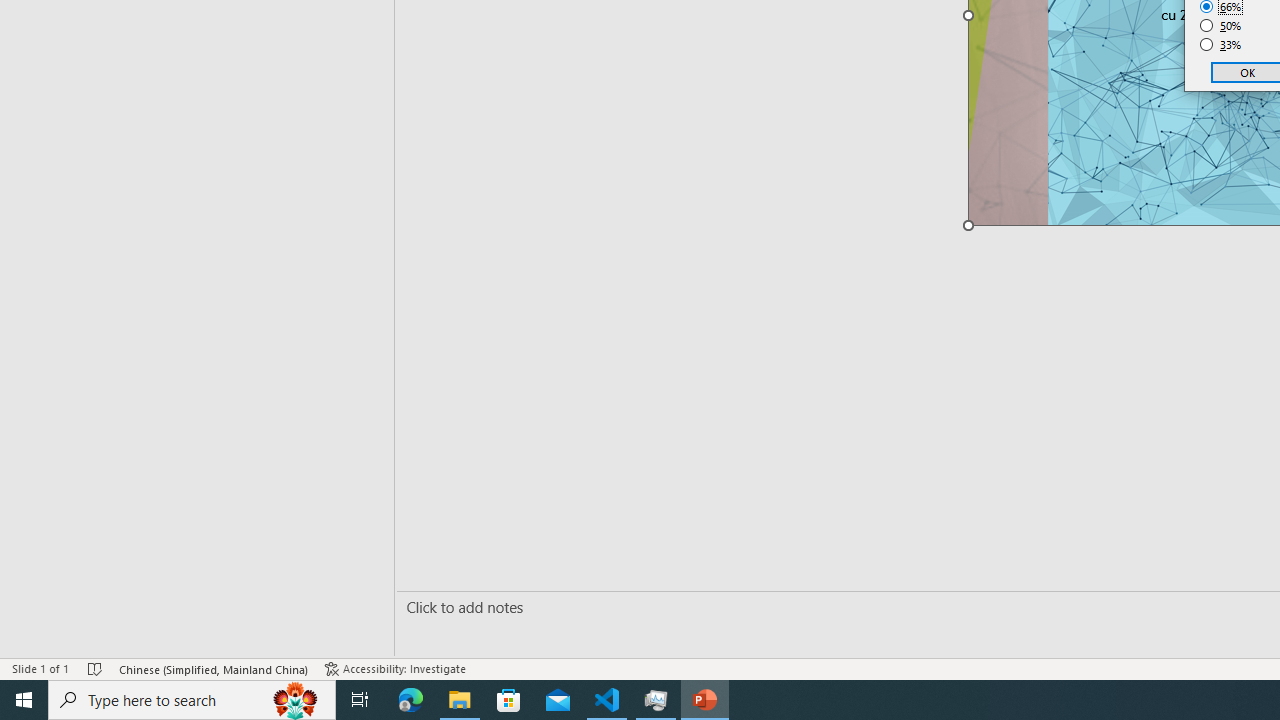 The image size is (1280, 720). What do you see at coordinates (1220, 45) in the screenshot?
I see `'33%'` at bounding box center [1220, 45].